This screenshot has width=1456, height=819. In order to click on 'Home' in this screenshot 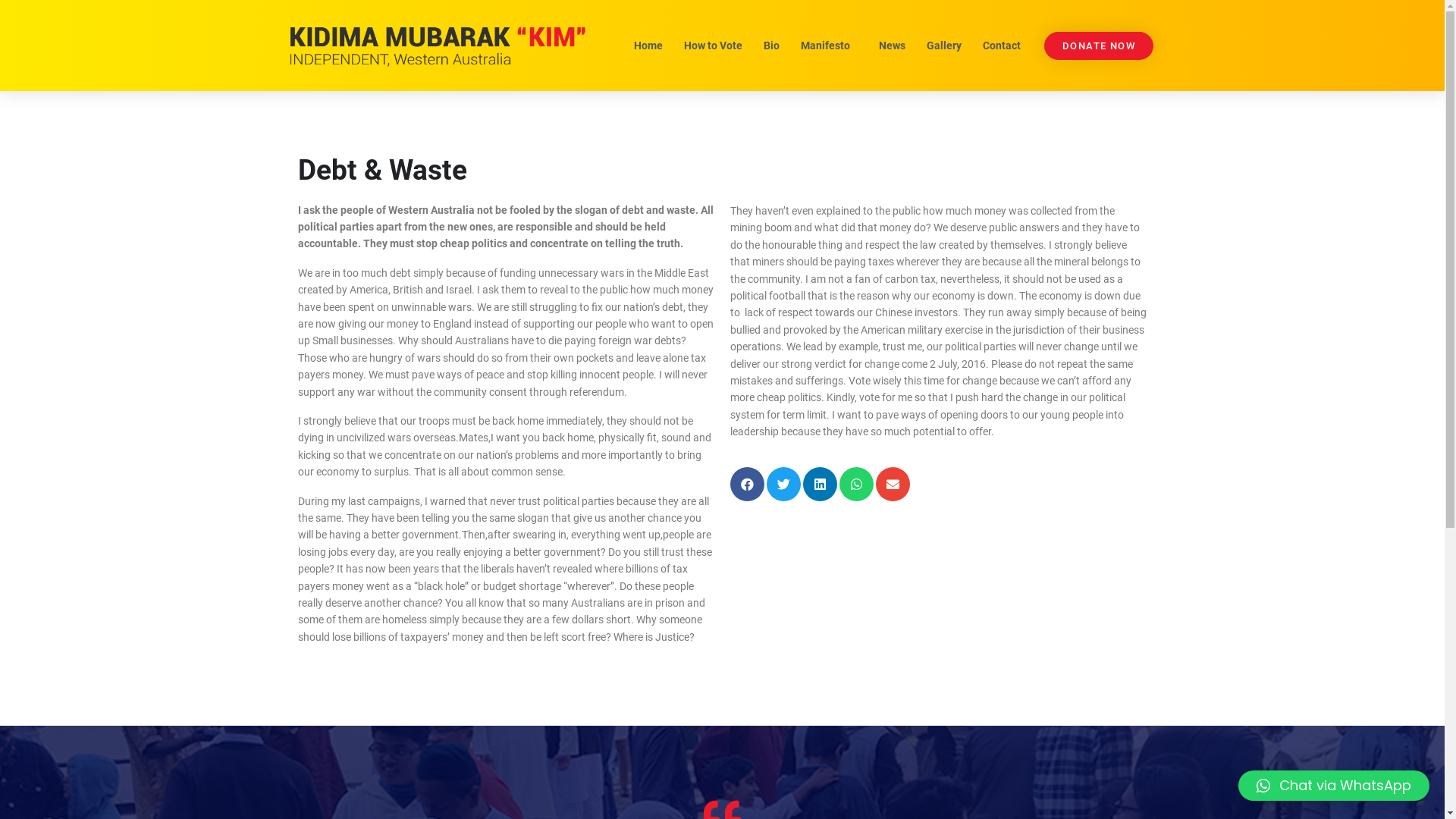, I will do `click(648, 45)`.